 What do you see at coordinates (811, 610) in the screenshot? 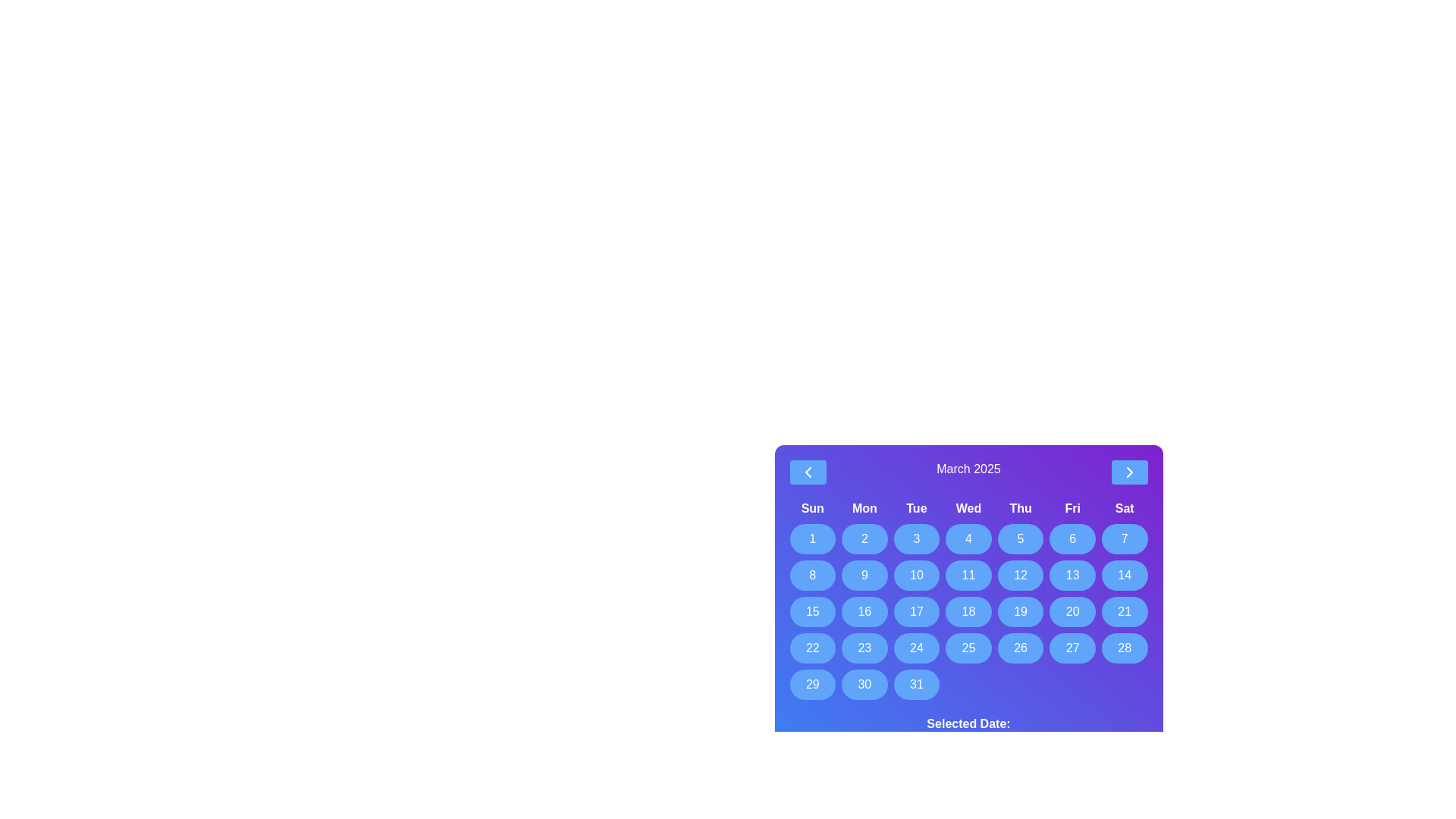
I see `the button in the calendar grid` at bounding box center [811, 610].